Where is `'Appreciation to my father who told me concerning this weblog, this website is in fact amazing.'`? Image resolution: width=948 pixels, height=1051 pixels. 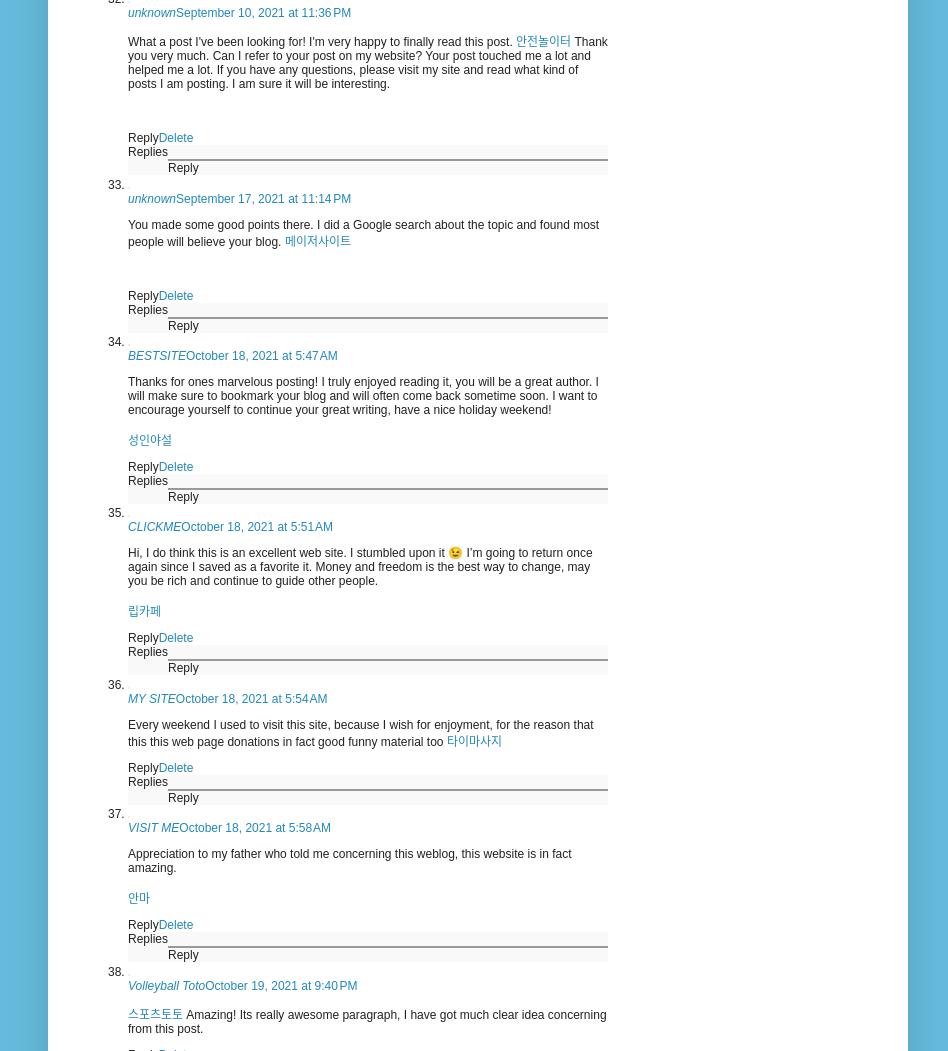 'Appreciation to my father who told me concerning this weblog, this website is in fact amazing.' is located at coordinates (349, 859).